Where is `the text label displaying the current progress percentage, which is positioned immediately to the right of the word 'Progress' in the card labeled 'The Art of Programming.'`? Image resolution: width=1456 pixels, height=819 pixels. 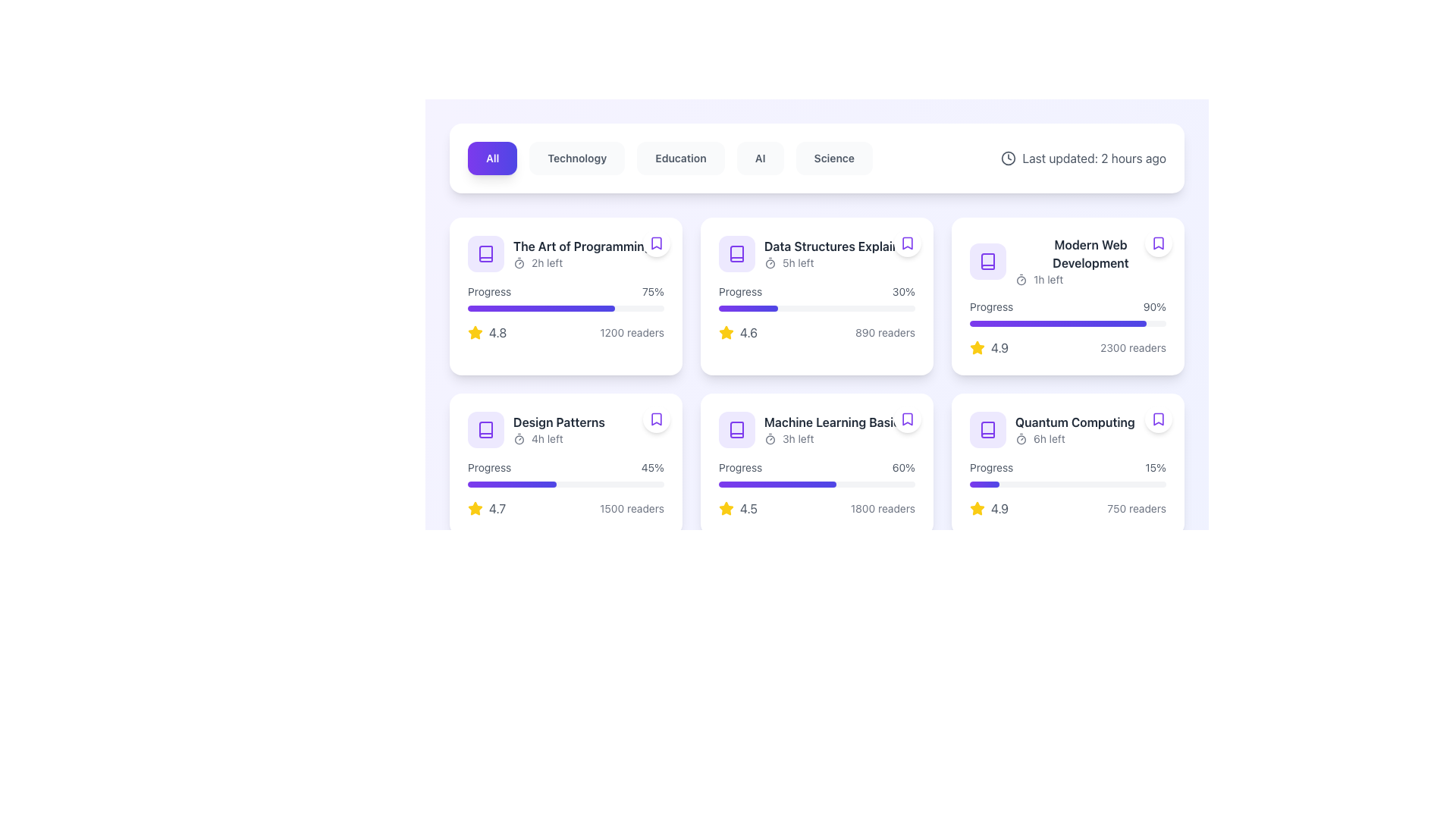 the text label displaying the current progress percentage, which is positioned immediately to the right of the word 'Progress' in the card labeled 'The Art of Programming.' is located at coordinates (653, 292).